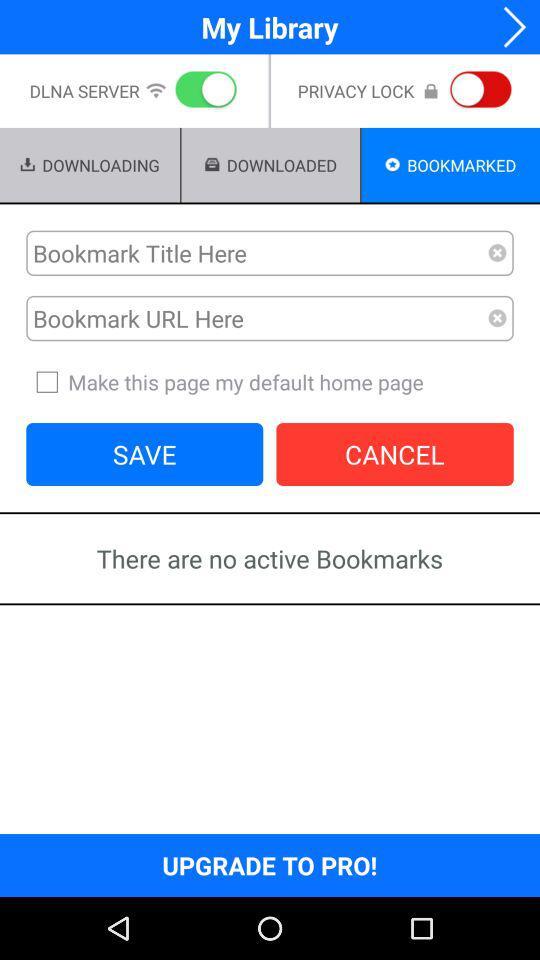 The width and height of the screenshot is (540, 960). Describe the element at coordinates (508, 26) in the screenshot. I see `the icon show to goto previous page` at that location.